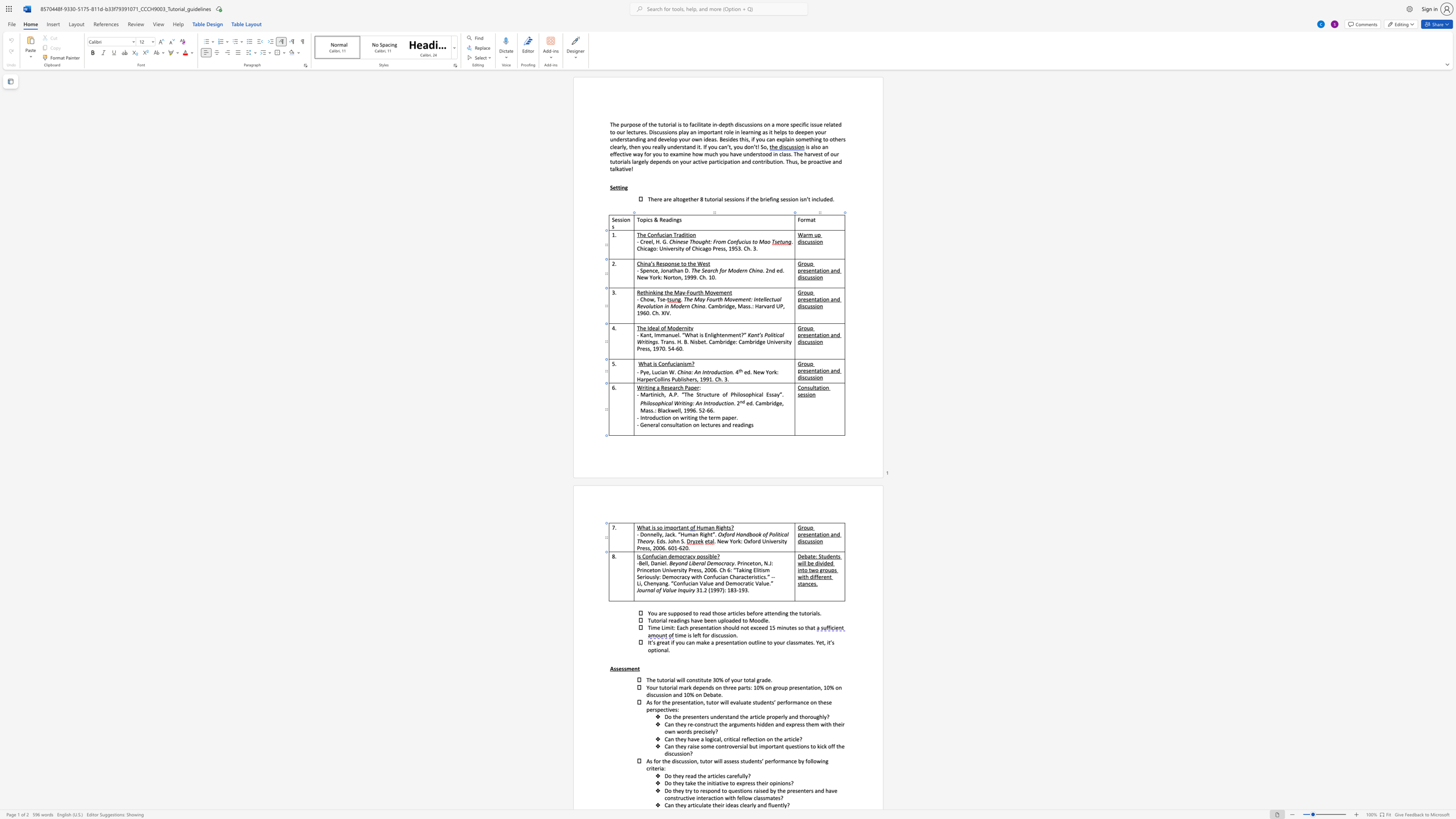 The height and width of the screenshot is (819, 1456). What do you see at coordinates (827, 534) in the screenshot?
I see `the 2th character "n" in the text` at bounding box center [827, 534].